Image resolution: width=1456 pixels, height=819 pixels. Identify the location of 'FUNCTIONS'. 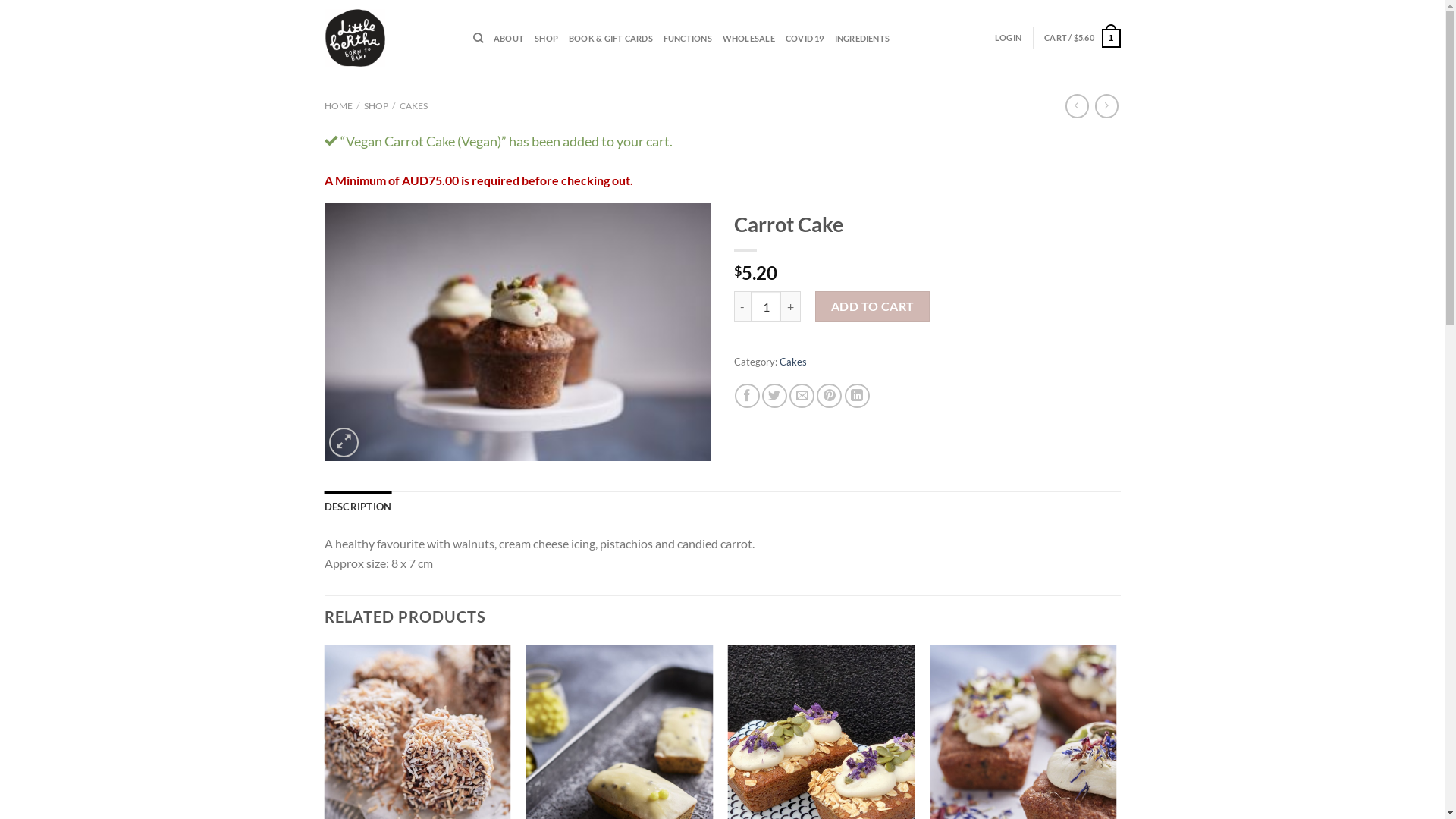
(663, 37).